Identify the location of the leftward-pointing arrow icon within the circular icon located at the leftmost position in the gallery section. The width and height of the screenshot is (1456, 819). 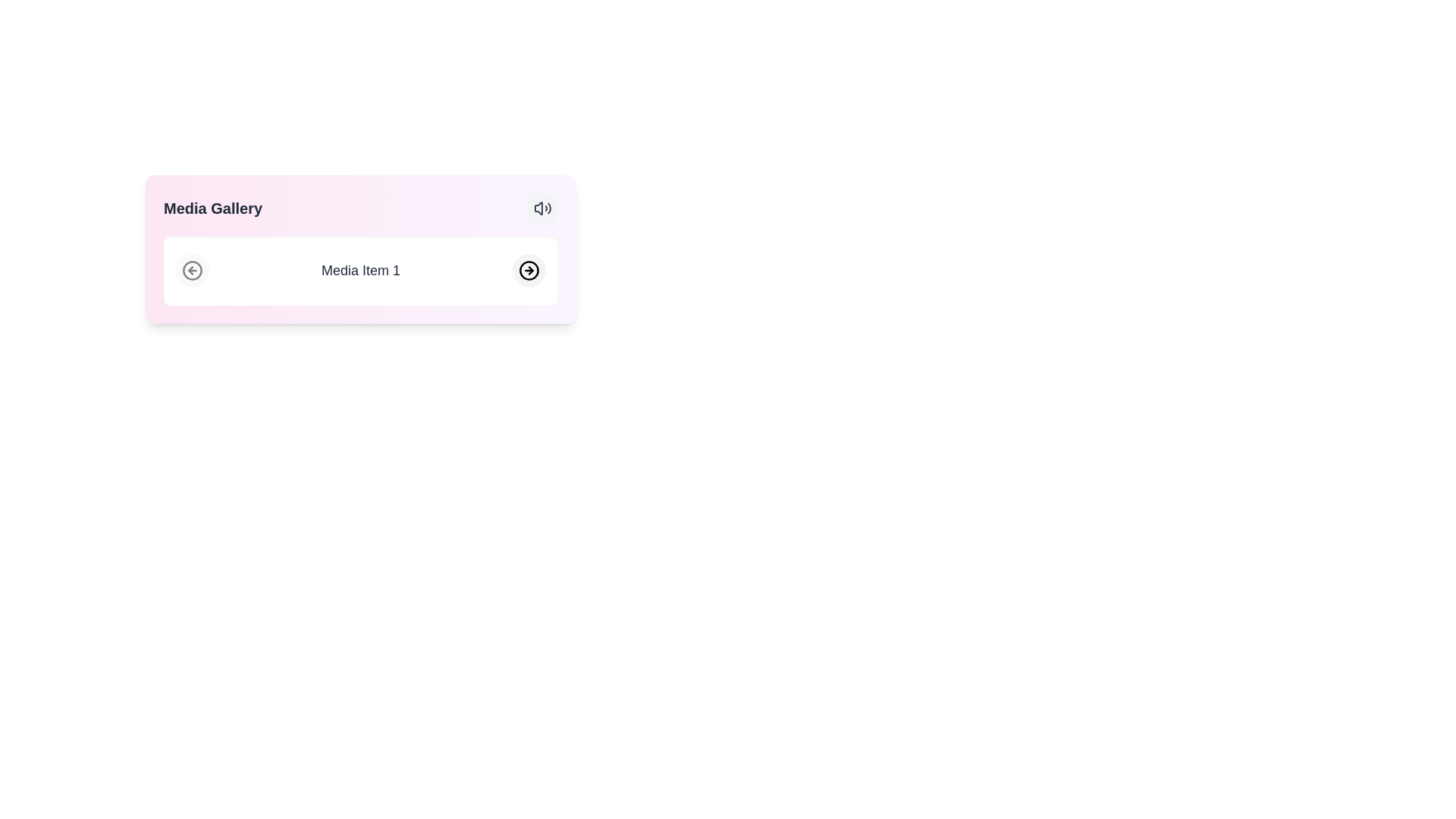
(190, 270).